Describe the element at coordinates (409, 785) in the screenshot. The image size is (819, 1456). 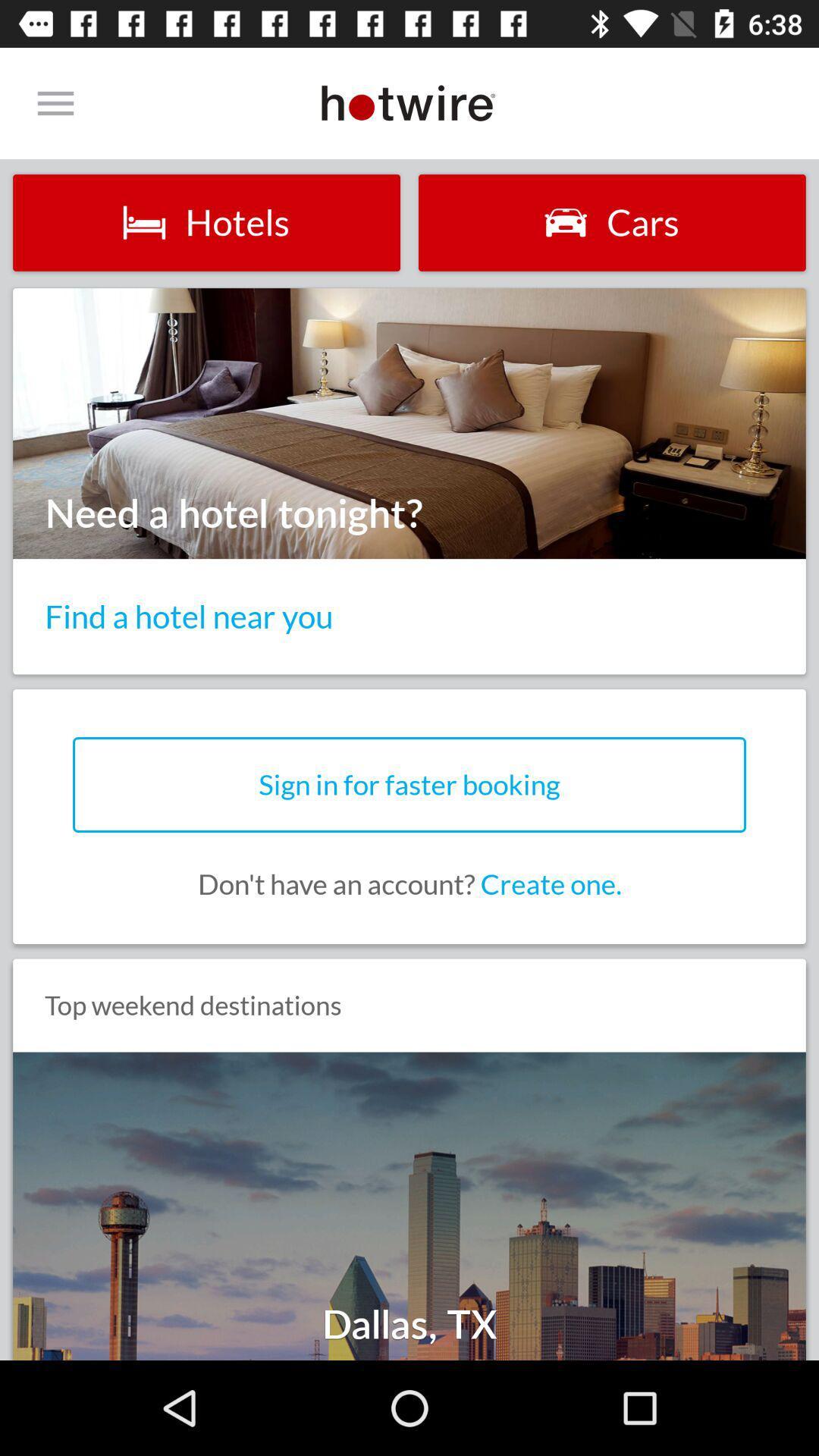
I see `icon above the don t have icon` at that location.